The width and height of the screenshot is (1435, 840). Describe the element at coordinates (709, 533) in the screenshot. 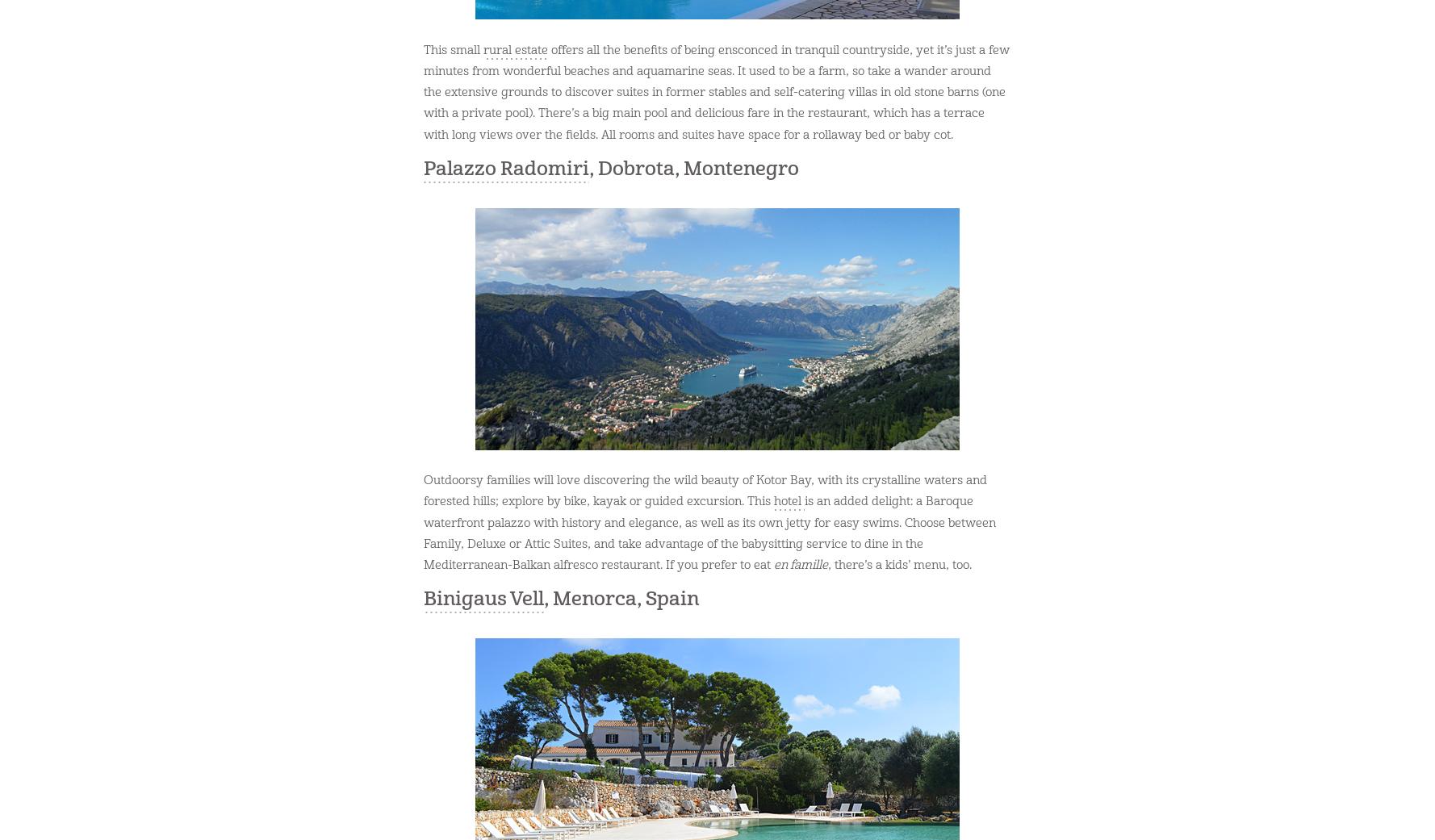

I see `'is an added delight: a Baroque waterfront palazzo with history and elegance, as well as its own jetty for easy swims. Choose between Family, Deluxe or Attic Suites, and take advantage of the babysitting service to dine in the Mediterranean-Balkan alfresco restaurant. If you prefer to eat'` at that location.